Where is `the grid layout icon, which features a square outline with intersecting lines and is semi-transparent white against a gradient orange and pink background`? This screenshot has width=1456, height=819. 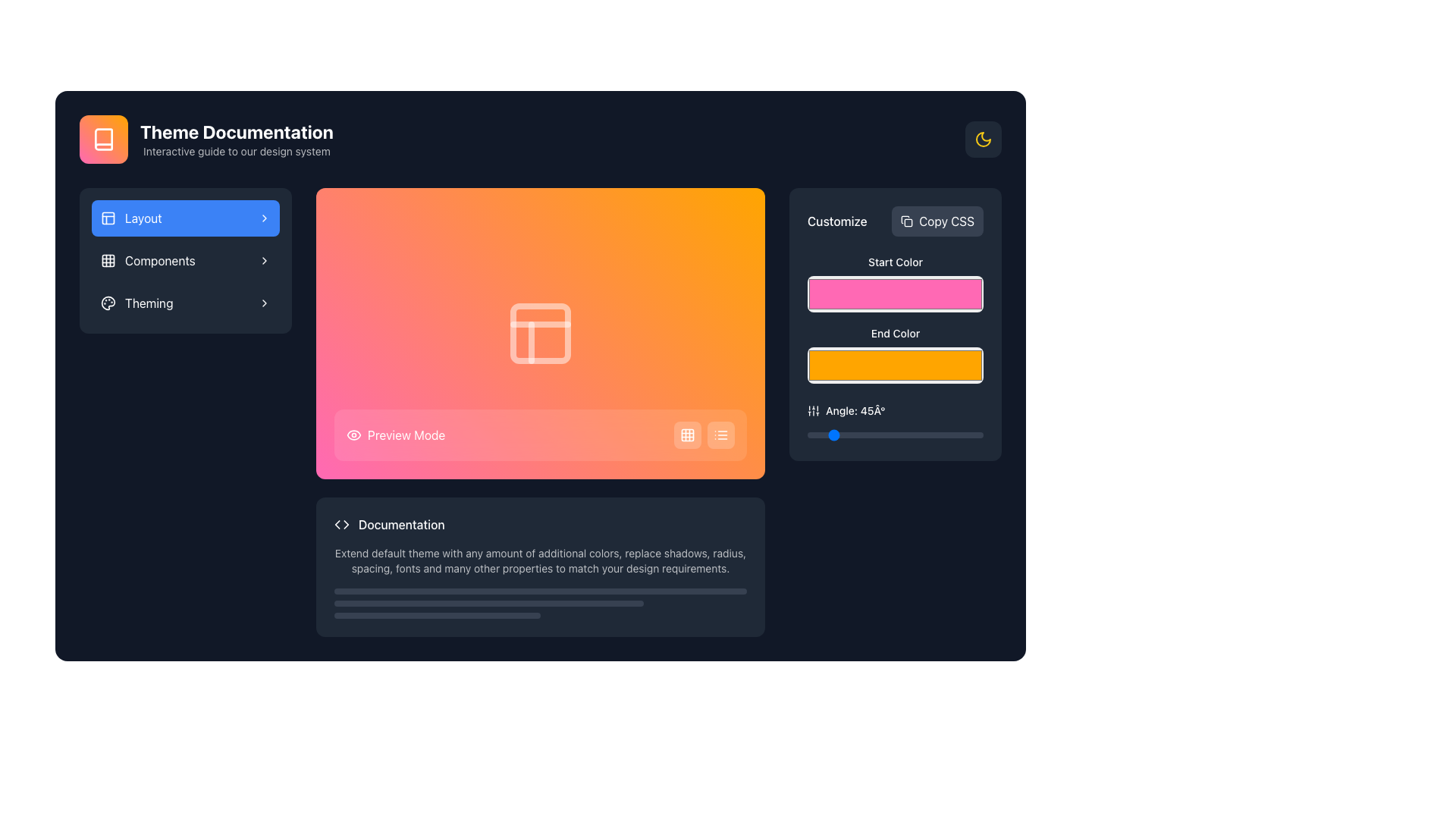
the grid layout icon, which features a square outline with intersecting lines and is semi-transparent white against a gradient orange and pink background is located at coordinates (541, 332).